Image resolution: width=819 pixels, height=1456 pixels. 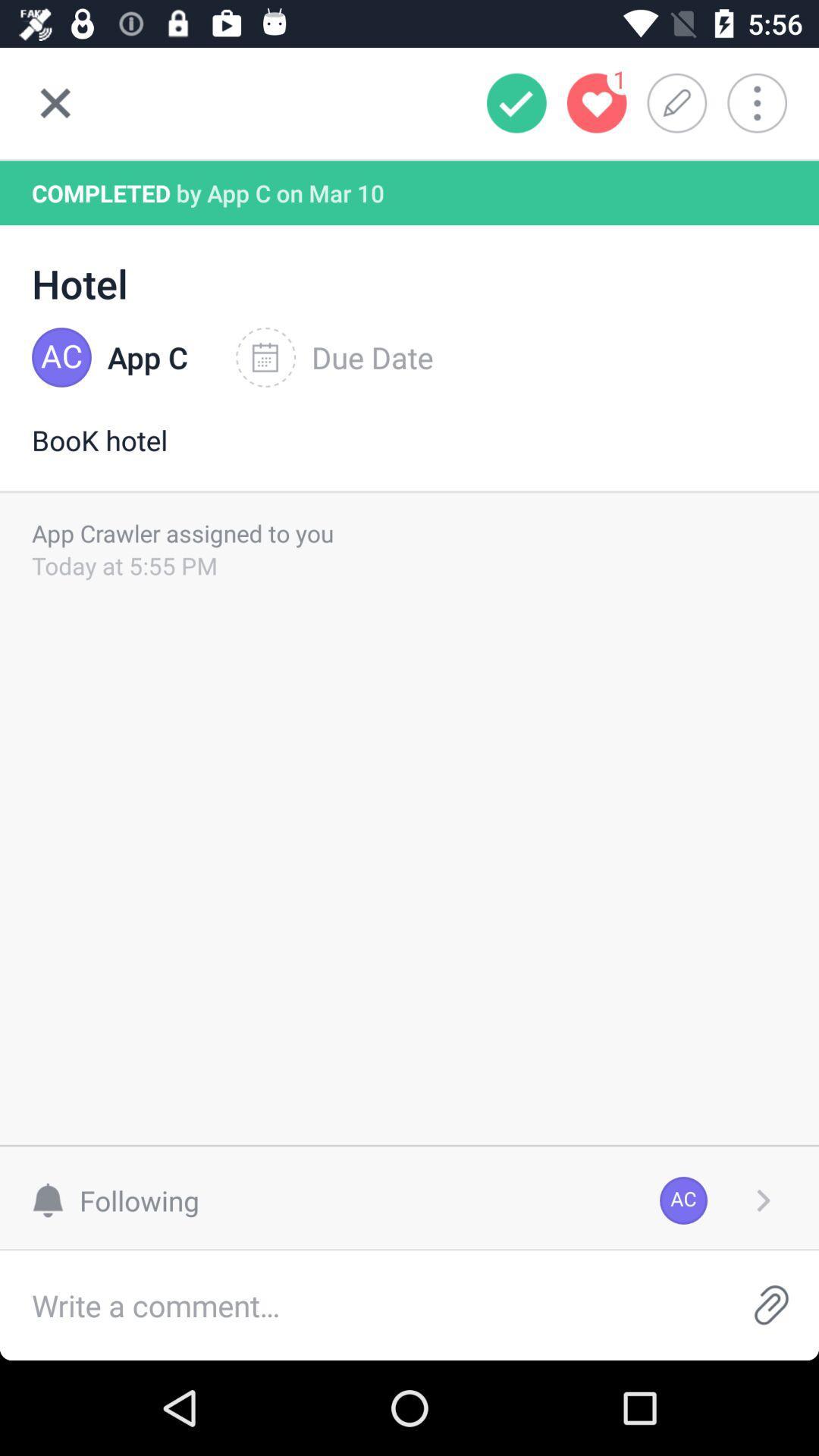 What do you see at coordinates (767, 102) in the screenshot?
I see `more` at bounding box center [767, 102].